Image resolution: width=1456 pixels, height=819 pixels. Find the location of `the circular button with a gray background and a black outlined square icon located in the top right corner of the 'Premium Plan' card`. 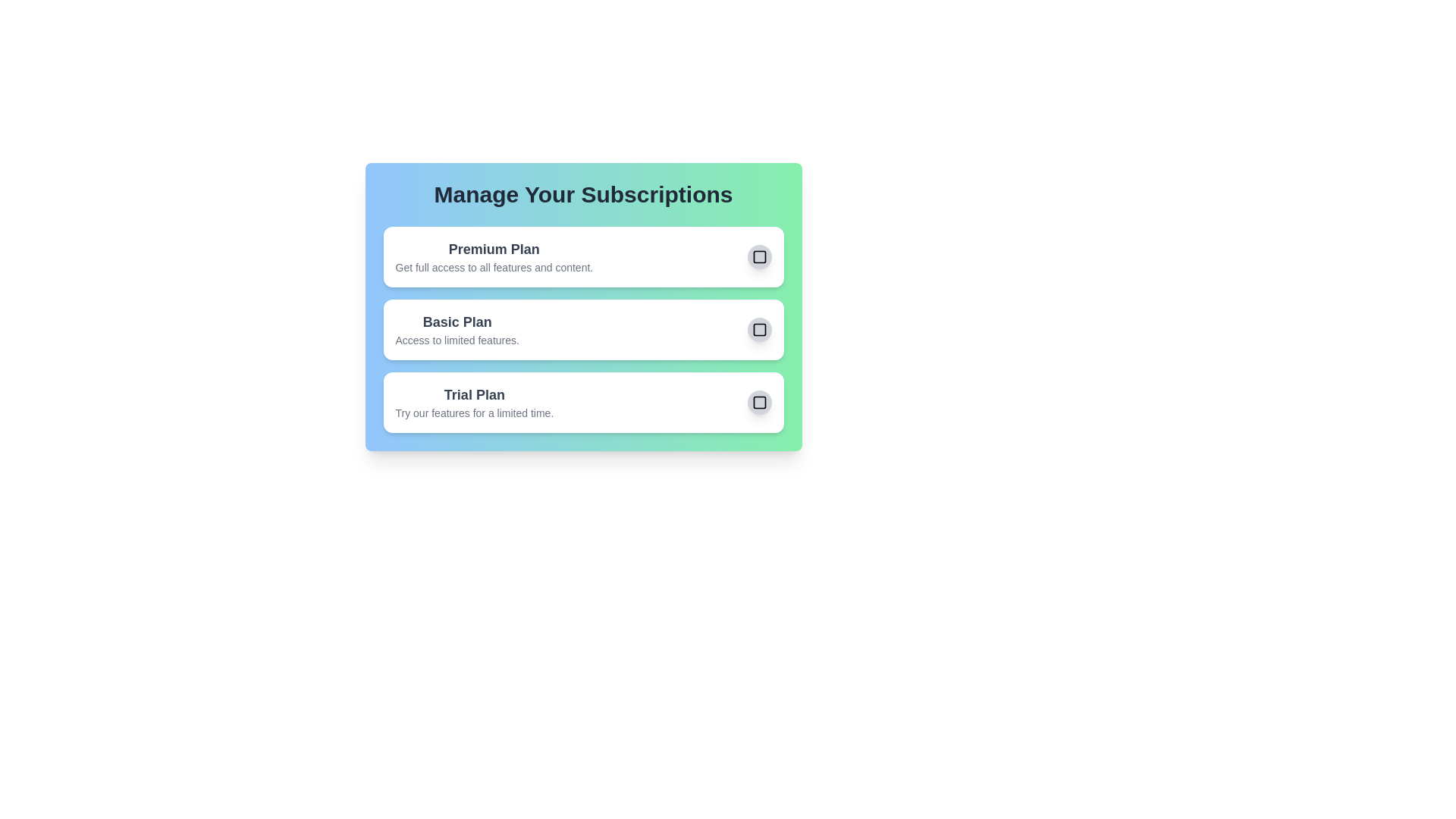

the circular button with a gray background and a black outlined square icon located in the top right corner of the 'Premium Plan' card is located at coordinates (759, 256).